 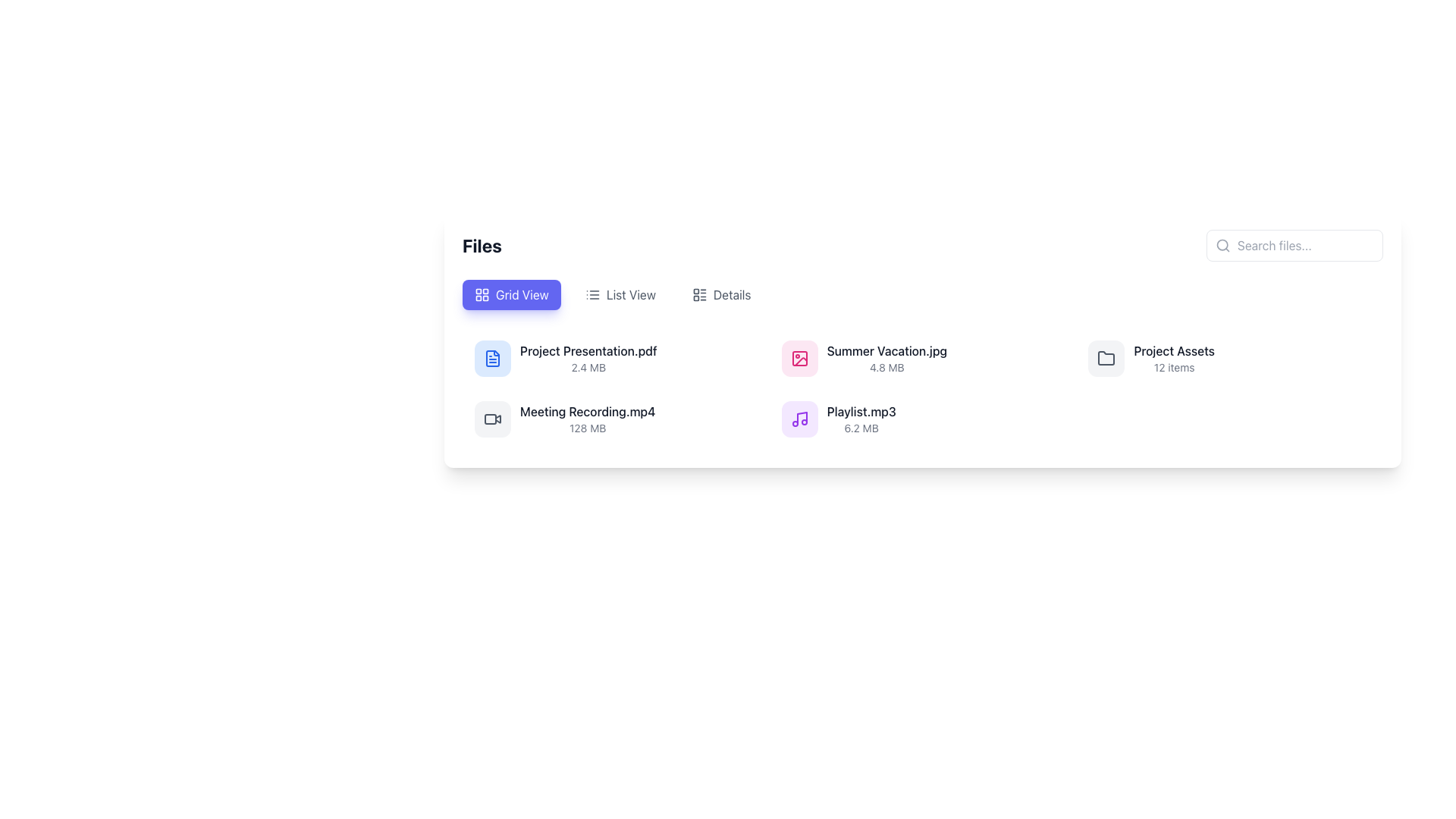 What do you see at coordinates (492, 359) in the screenshot?
I see `the blue document icon representing 'Project Presentation.pdf'` at bounding box center [492, 359].